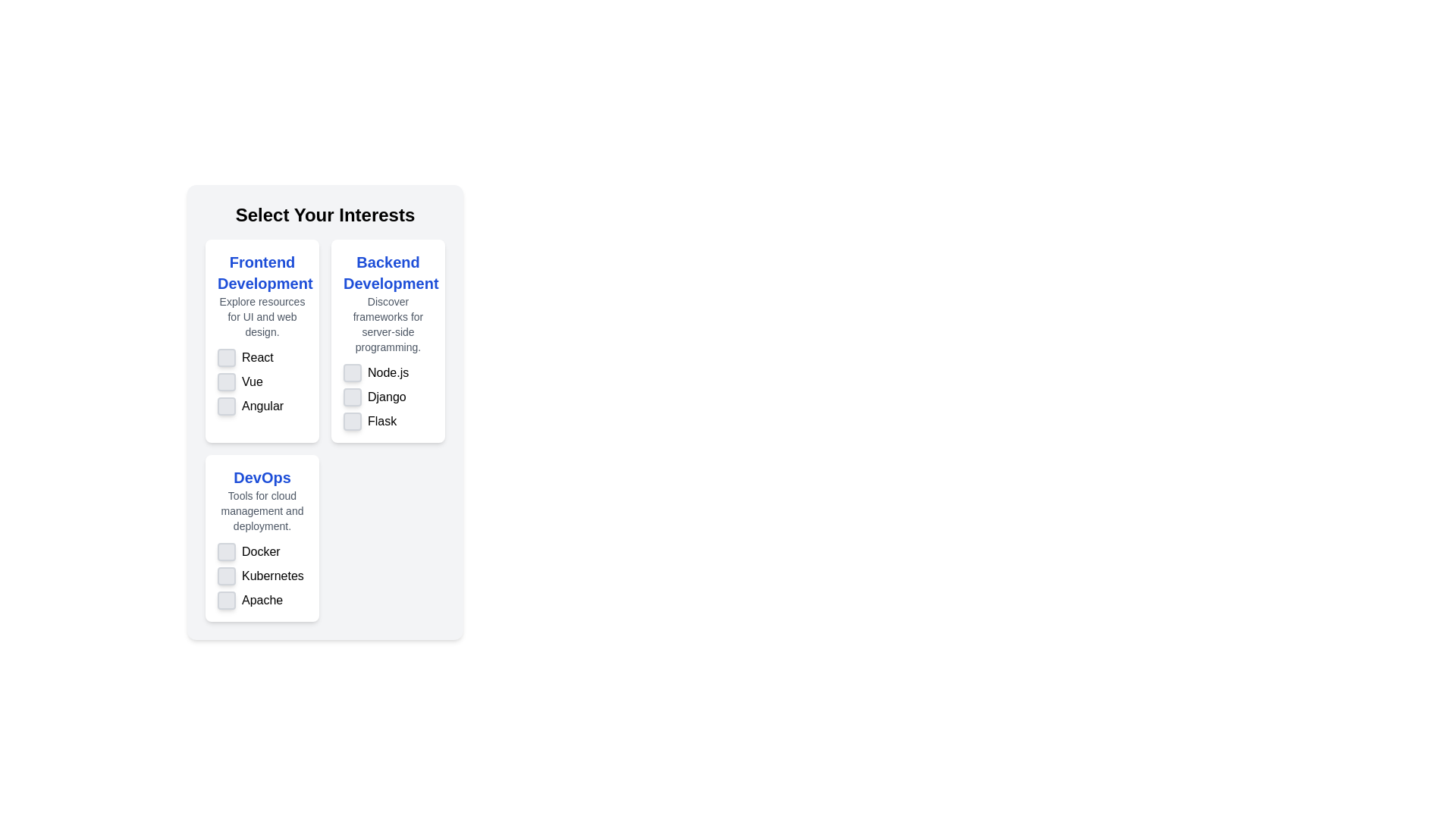 The width and height of the screenshot is (1456, 819). Describe the element at coordinates (262, 406) in the screenshot. I see `the label text for the checkbox item named 'Angular' located in the 'Frontend Development' section to trigger any potential hover effects` at that location.